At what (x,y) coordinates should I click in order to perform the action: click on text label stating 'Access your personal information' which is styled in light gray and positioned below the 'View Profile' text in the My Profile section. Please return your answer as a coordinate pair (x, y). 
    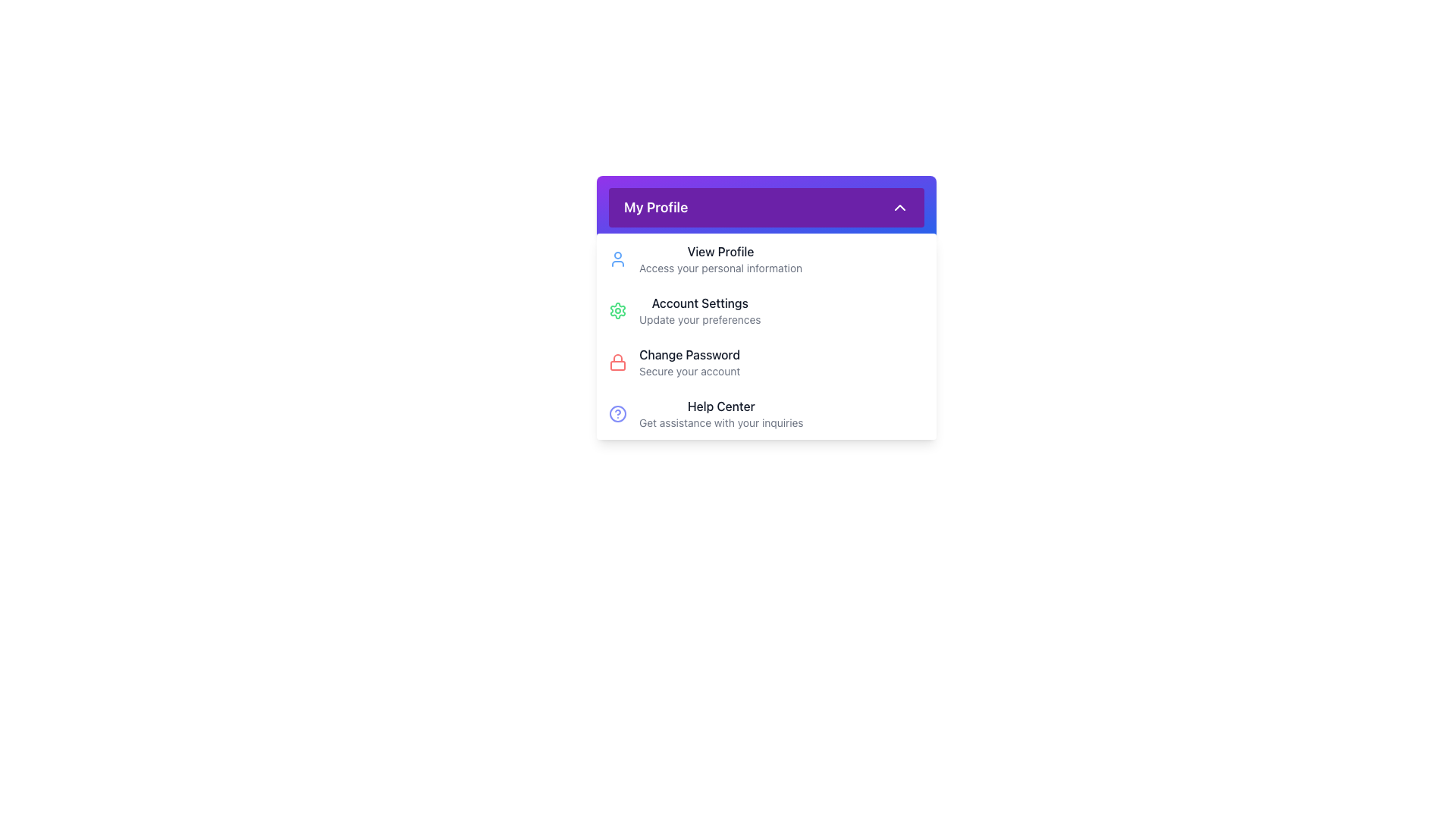
    Looking at the image, I should click on (720, 268).